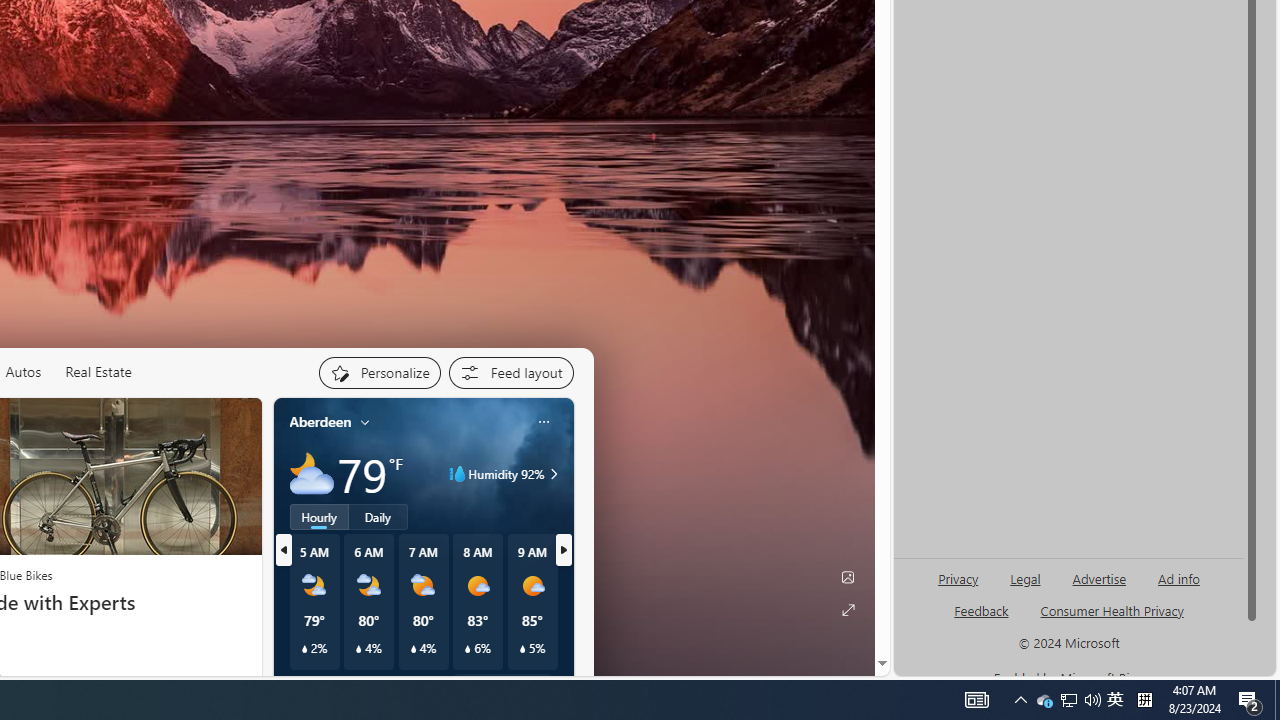 This screenshot has width=1280, height=720. What do you see at coordinates (378, 515) in the screenshot?
I see `'Daily'` at bounding box center [378, 515].